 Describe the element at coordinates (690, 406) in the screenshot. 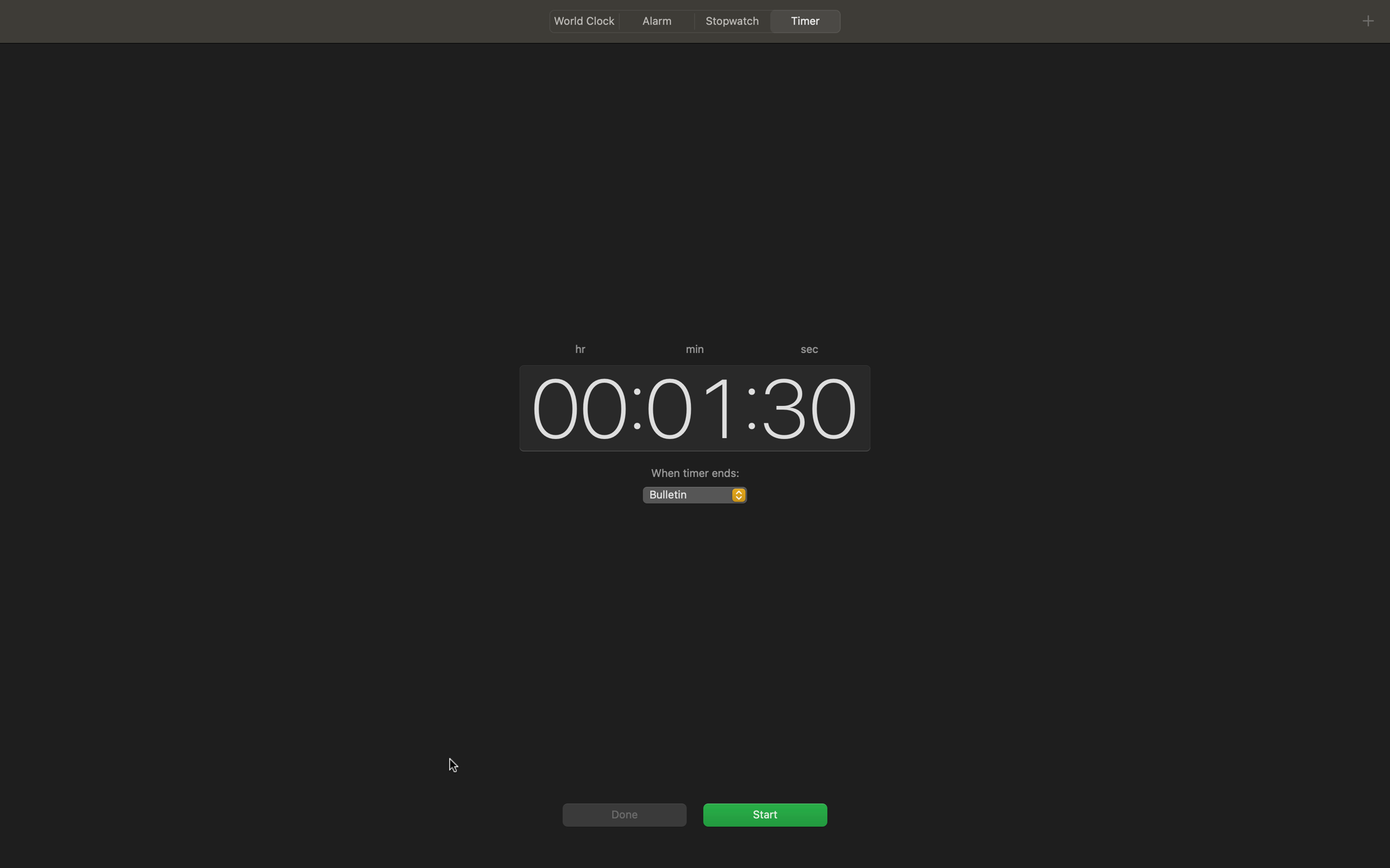

I see `Use automation to enter 41 in the minutes section` at that location.